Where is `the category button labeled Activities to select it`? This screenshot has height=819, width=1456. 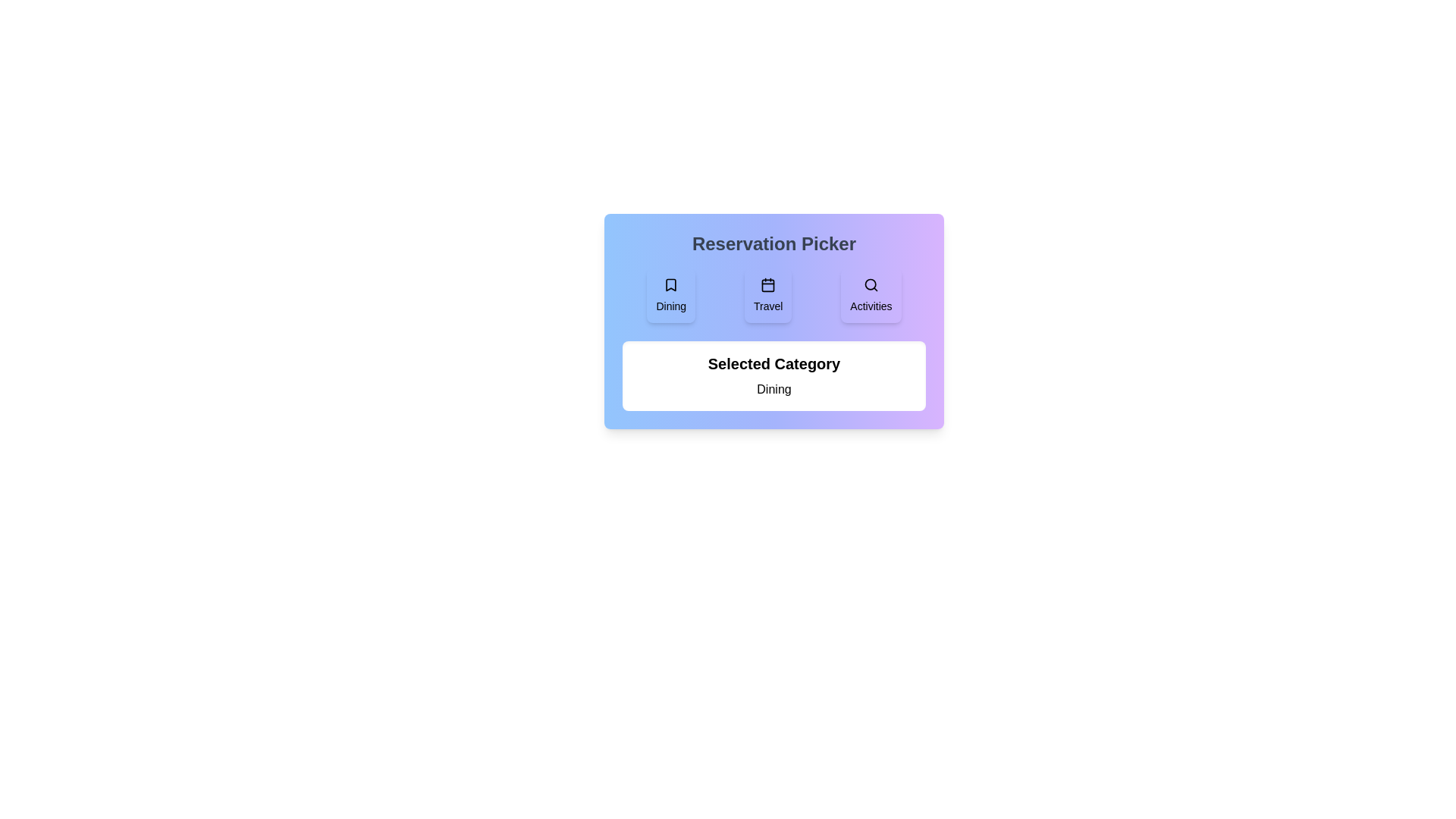 the category button labeled Activities to select it is located at coordinates (871, 295).